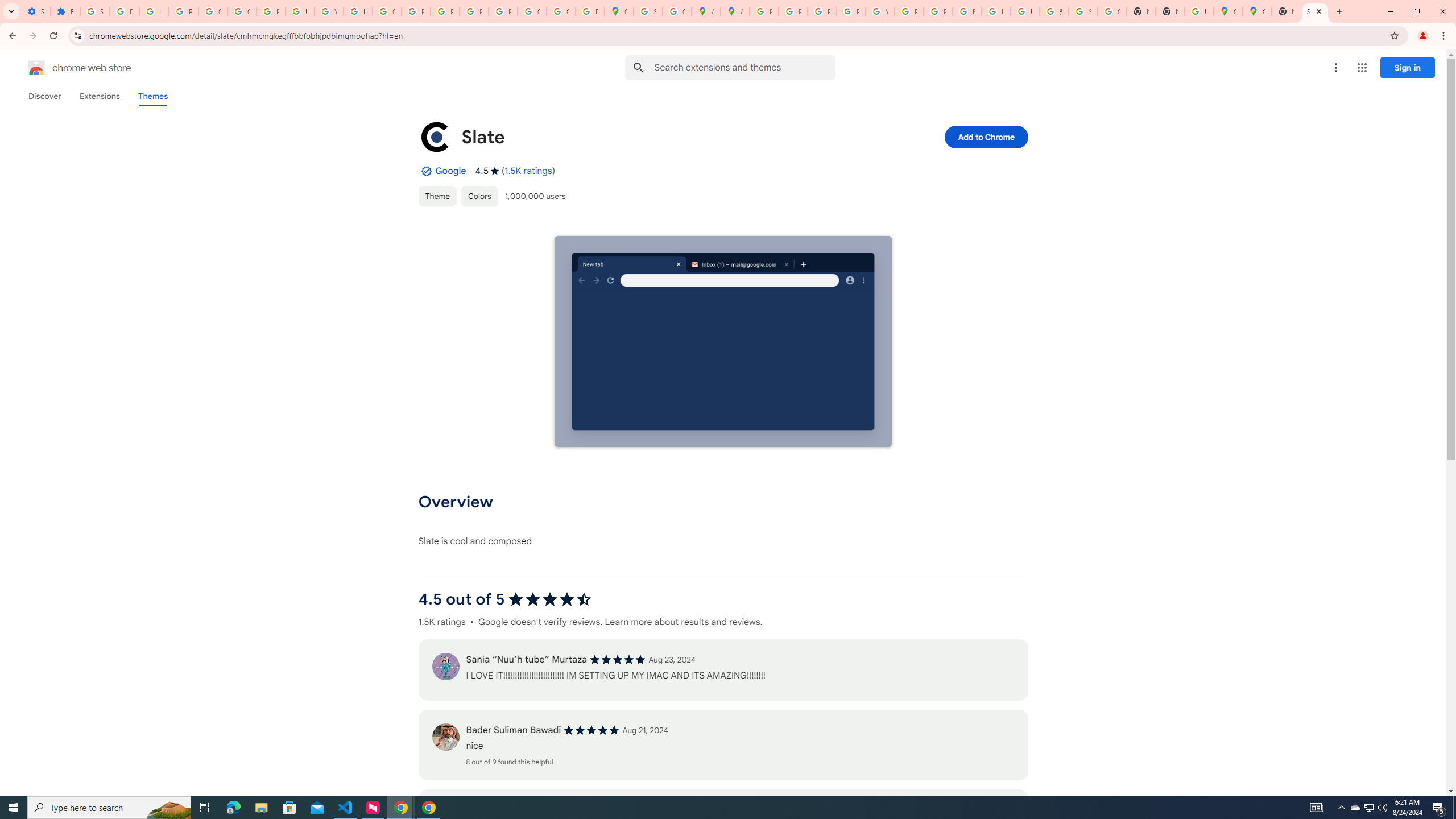 The image size is (1456, 819). I want to click on 'Themes', so click(152, 96).